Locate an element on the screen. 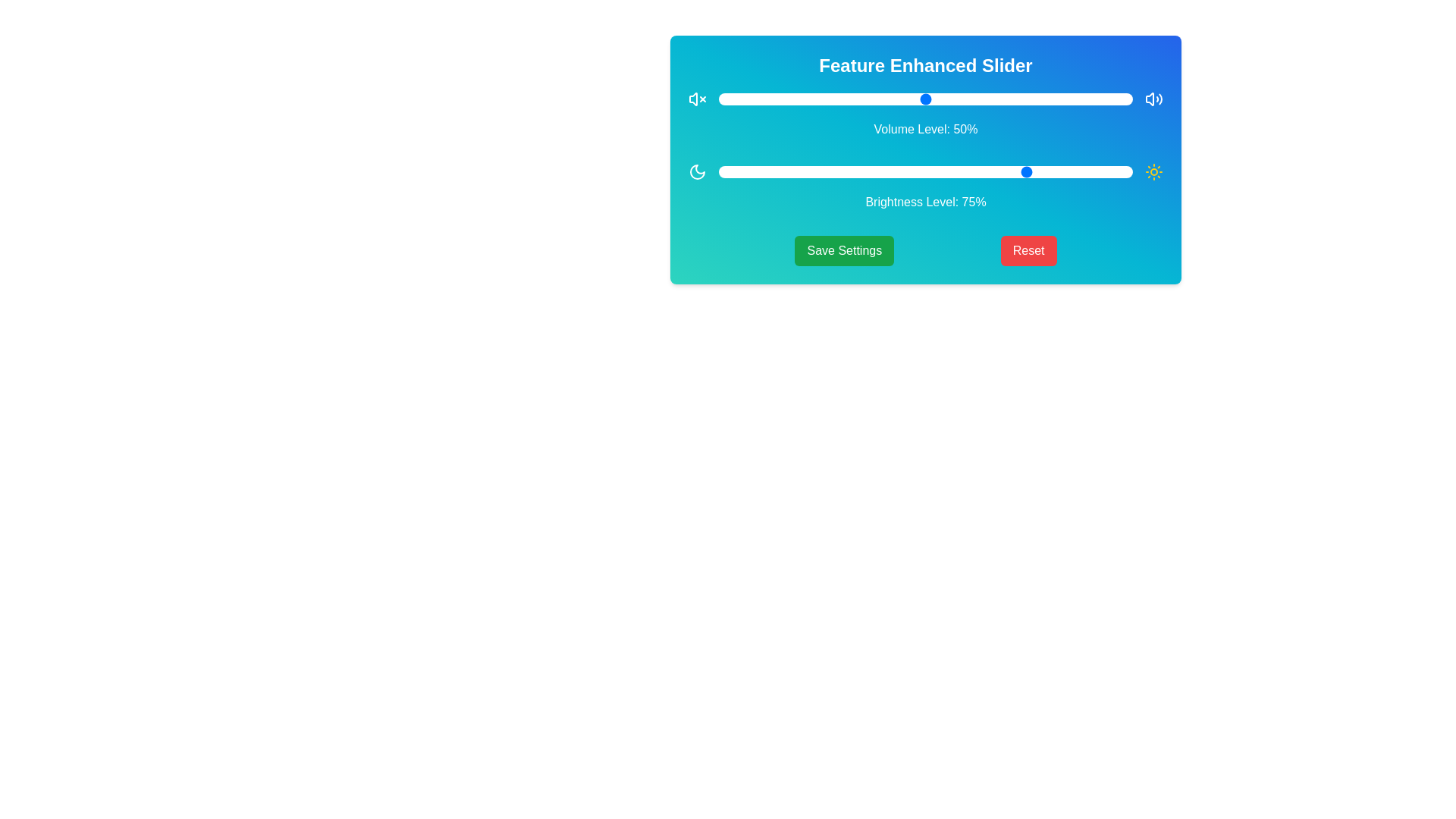 The width and height of the screenshot is (1456, 819). the text label displaying 'Brightness Level: 75%', which is styled in white font and located at the bottom of the brightness adjustment control interface is located at coordinates (924, 201).